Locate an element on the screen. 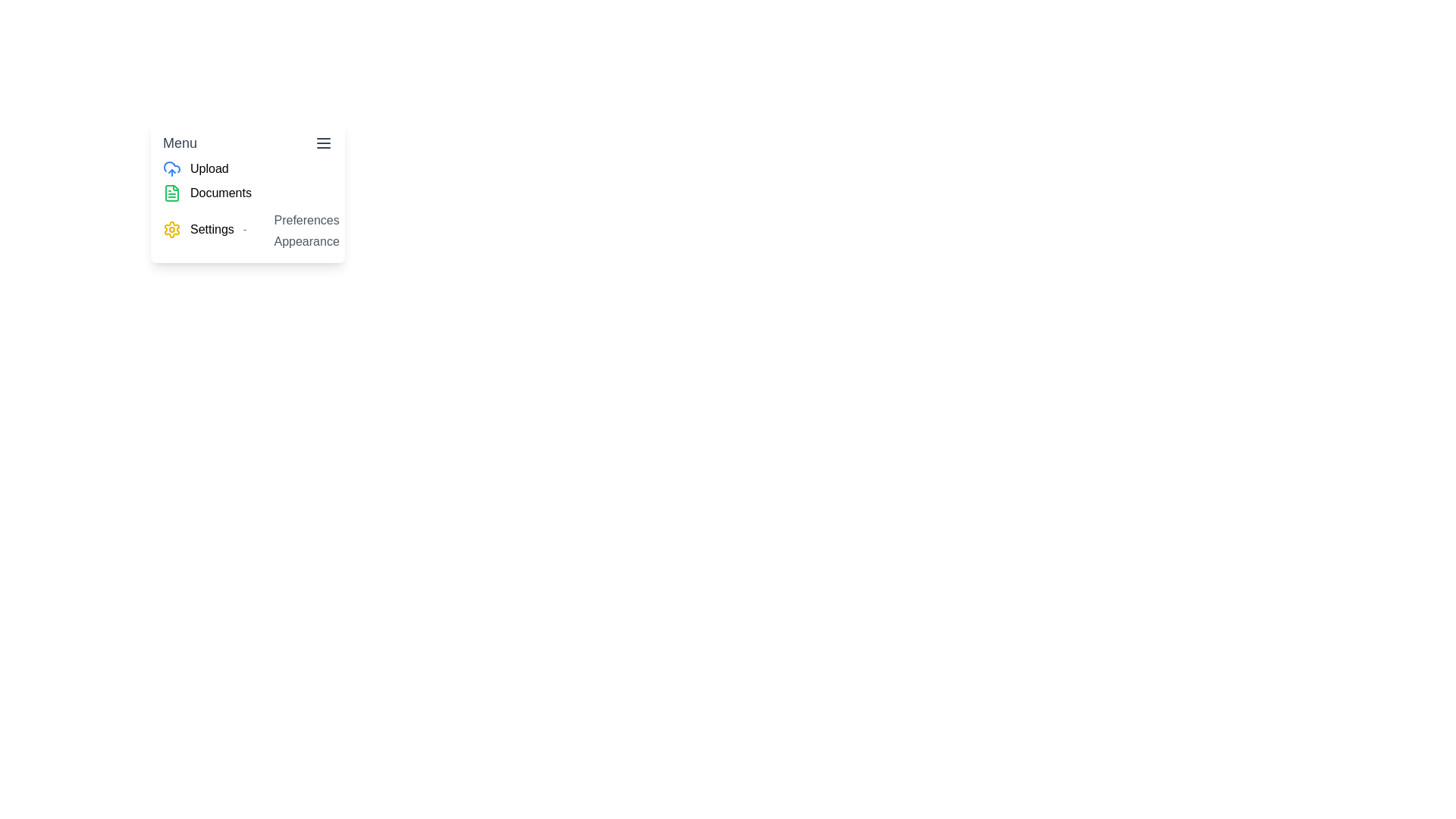 This screenshot has width=1456, height=819. the 'Documents' menu option, which is represented by a small green icon situated to the left of the 'Documents' text in the menu panel is located at coordinates (171, 192).